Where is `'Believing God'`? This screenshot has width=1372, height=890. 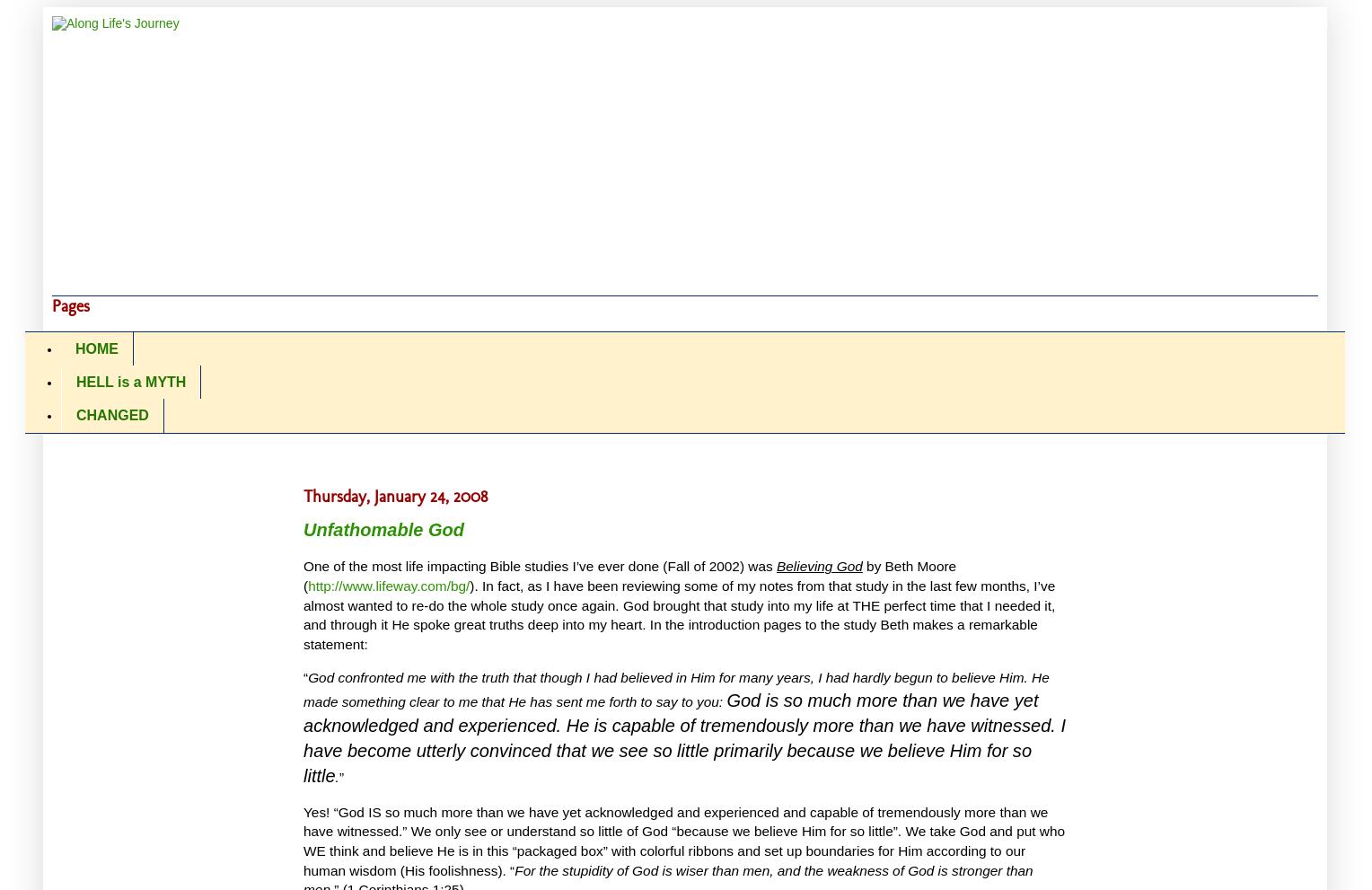 'Believing God' is located at coordinates (819, 566).